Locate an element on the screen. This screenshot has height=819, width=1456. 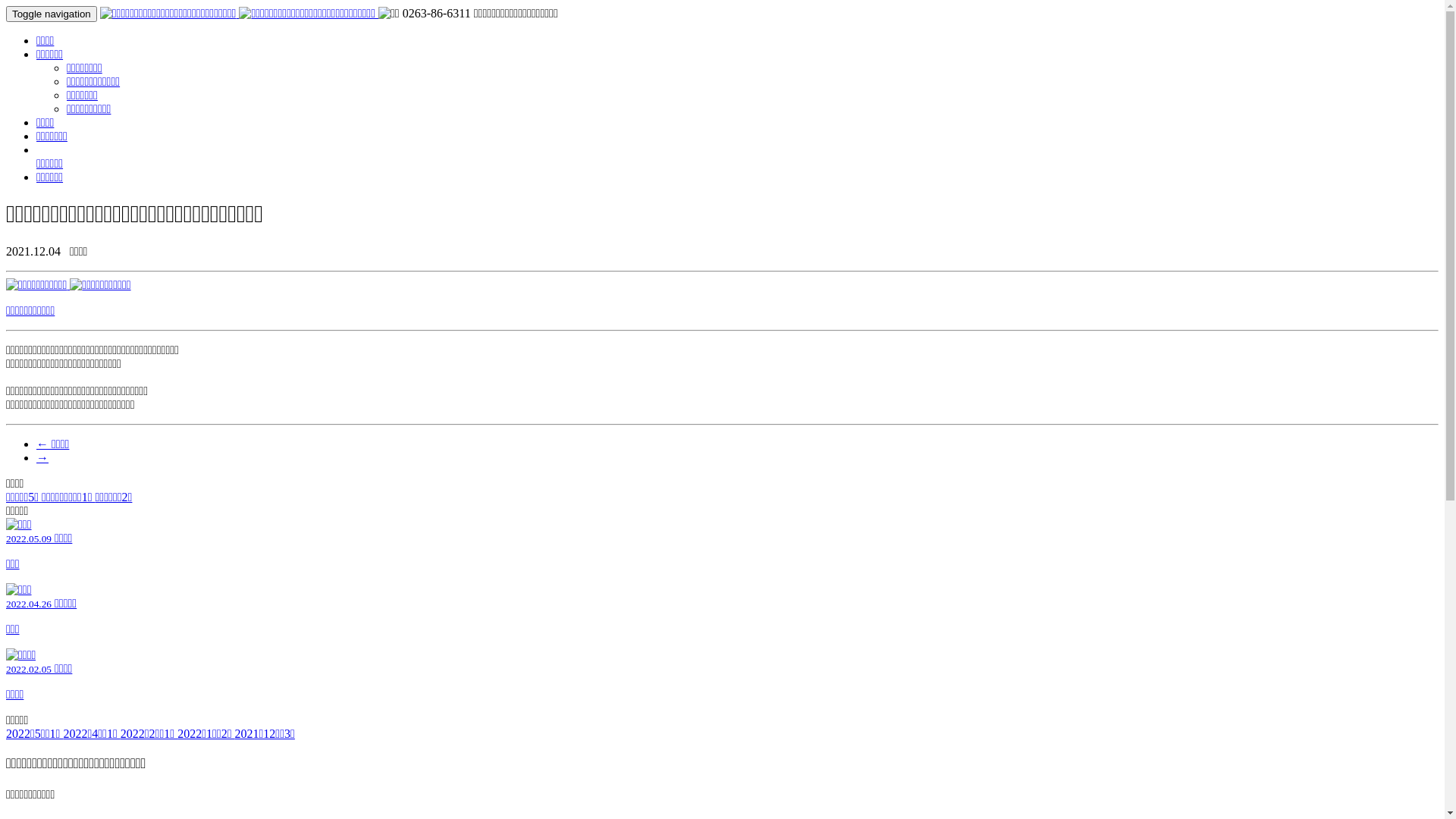
'Toggle navigation' is located at coordinates (51, 14).